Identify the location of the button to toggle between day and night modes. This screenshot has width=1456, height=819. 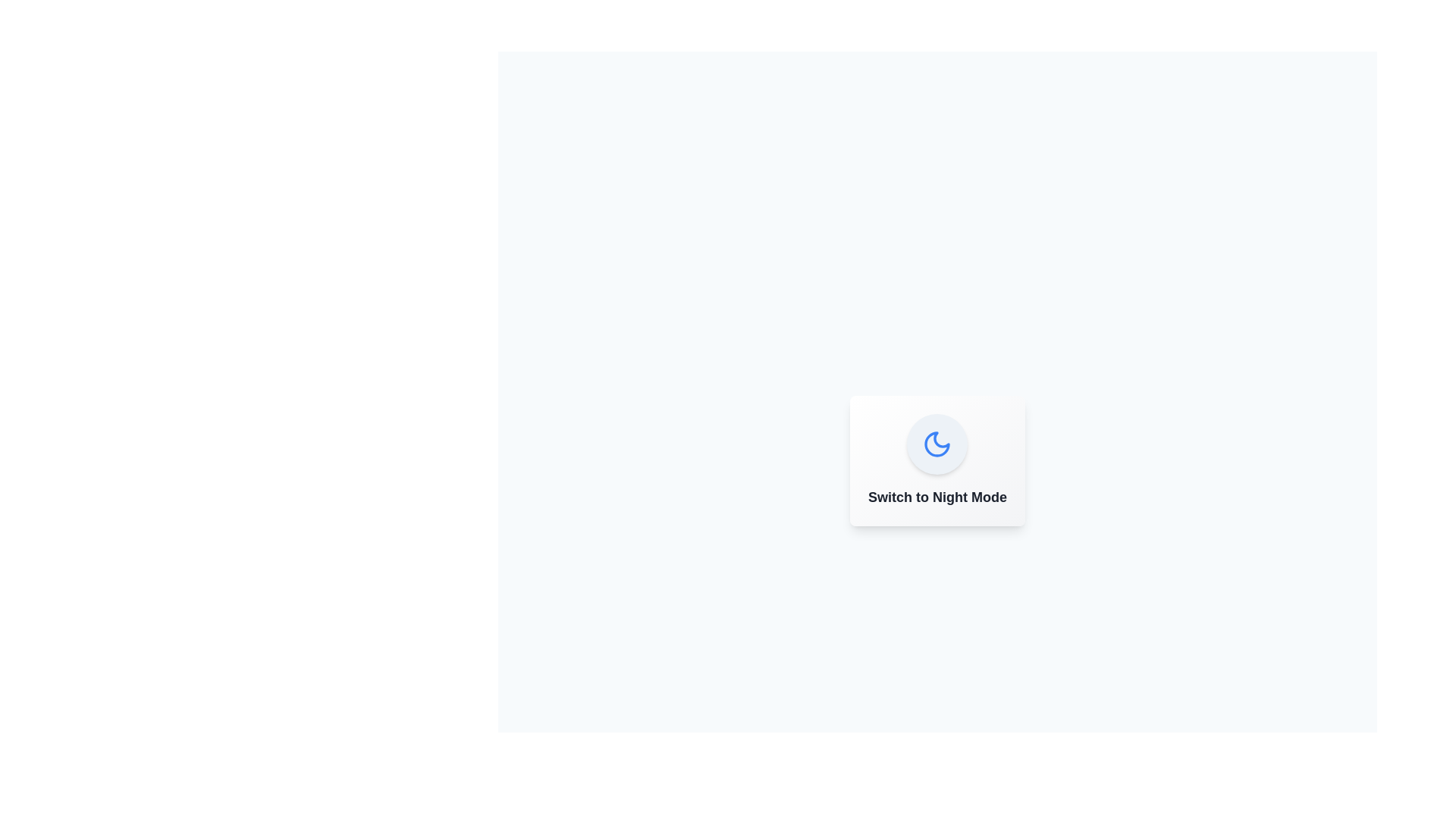
(937, 444).